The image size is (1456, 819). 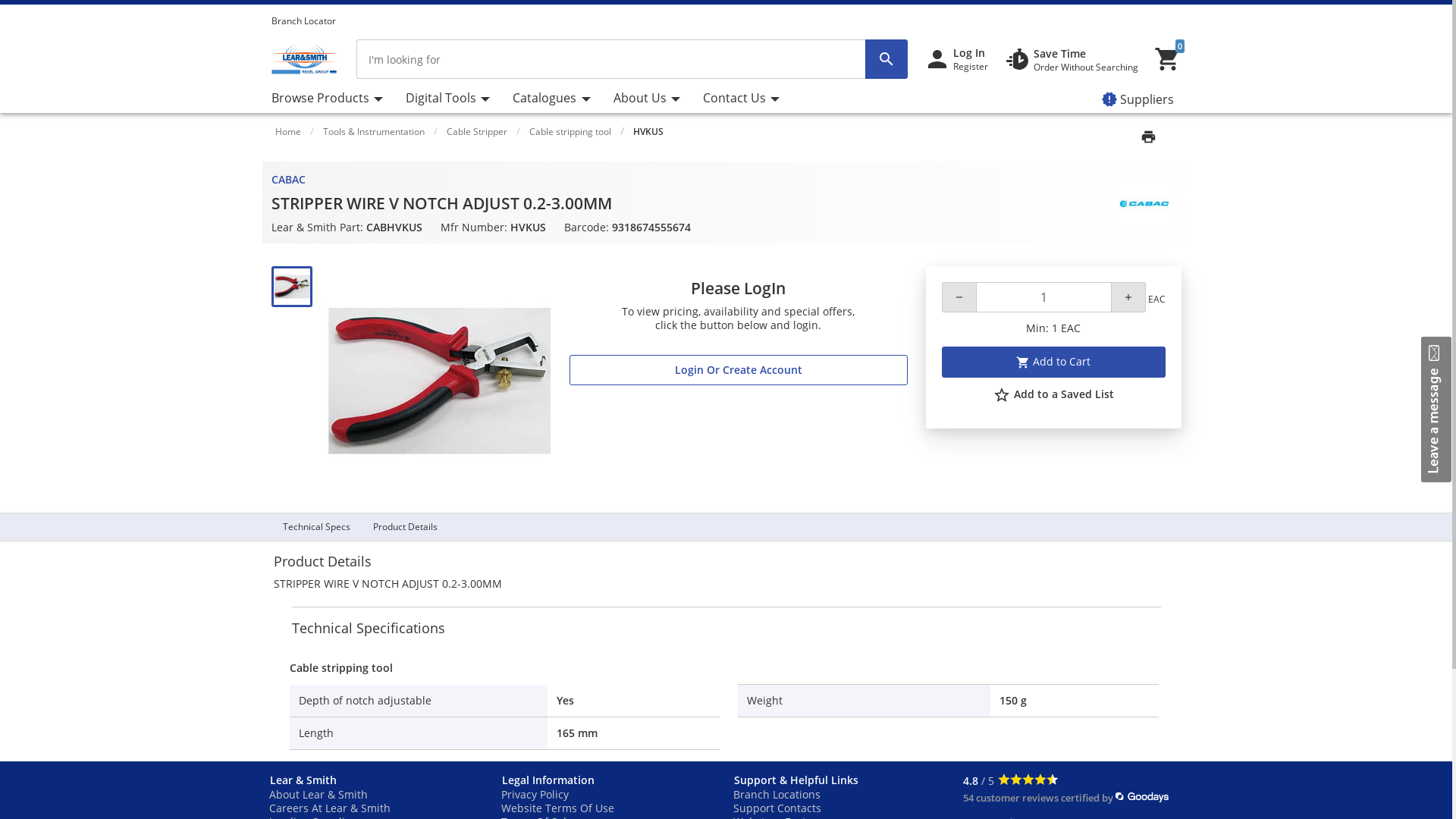 What do you see at coordinates (328, 807) in the screenshot?
I see `'Careers At Lear & Smith'` at bounding box center [328, 807].